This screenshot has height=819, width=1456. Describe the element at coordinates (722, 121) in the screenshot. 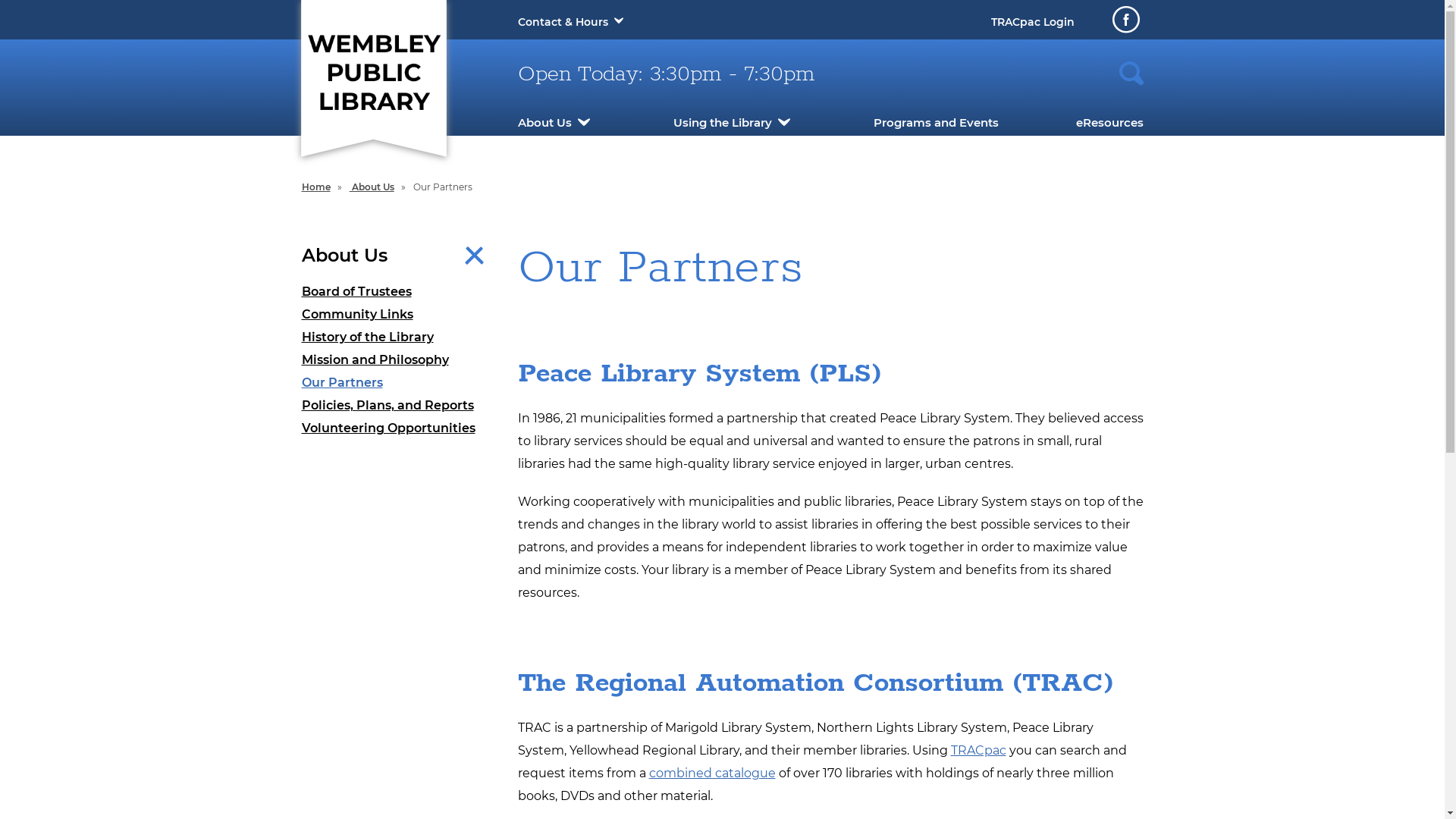

I see `'Using the Library'` at that location.